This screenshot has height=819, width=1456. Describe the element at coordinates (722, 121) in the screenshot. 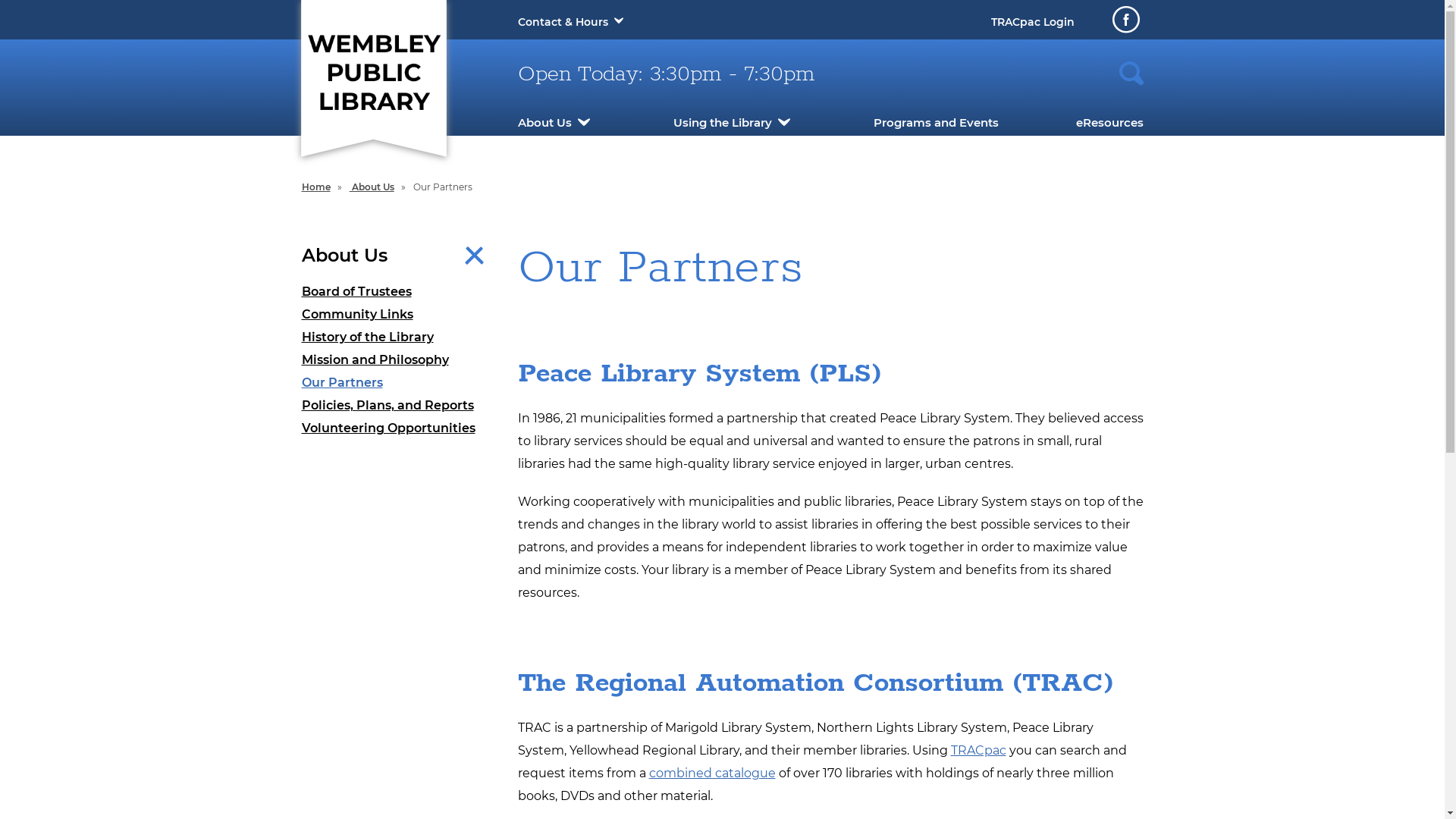

I see `'Using the Library'` at that location.